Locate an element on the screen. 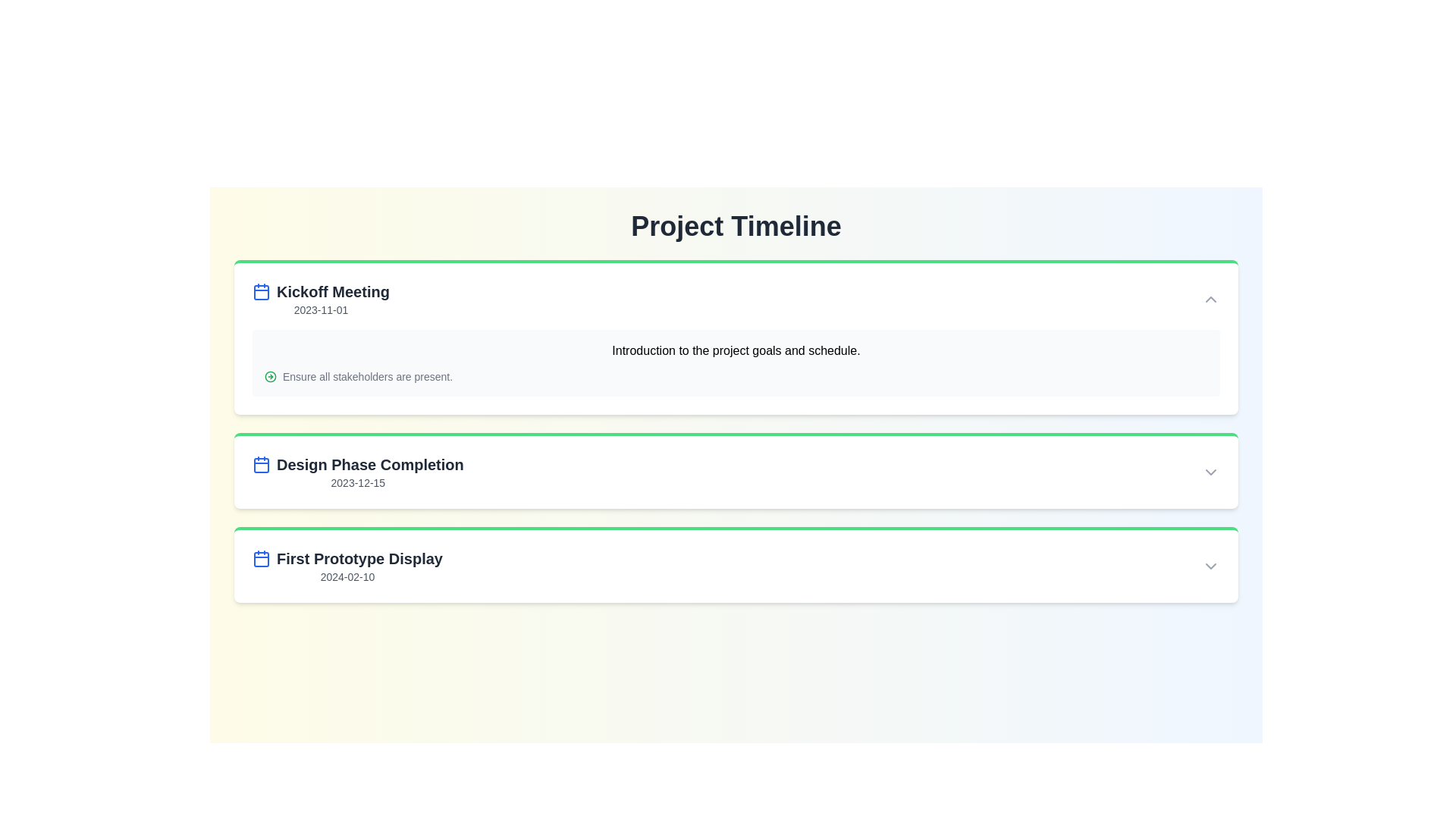 The height and width of the screenshot is (819, 1456). the dropdown toggle button represented by a downward arrow icon is located at coordinates (1210, 472).